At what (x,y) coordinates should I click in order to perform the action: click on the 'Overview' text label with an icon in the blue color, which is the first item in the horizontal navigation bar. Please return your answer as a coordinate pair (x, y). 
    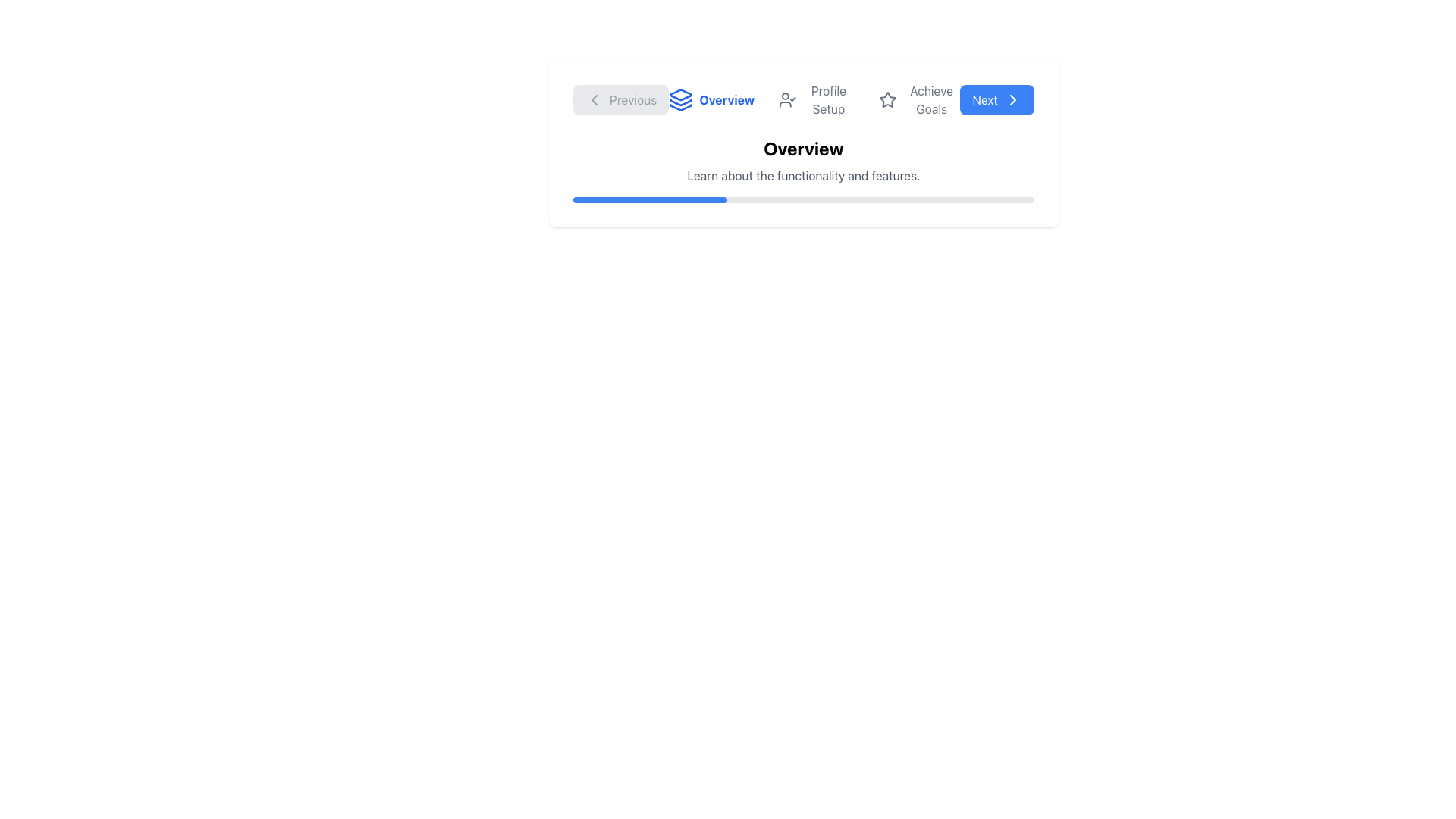
    Looking at the image, I should click on (711, 99).